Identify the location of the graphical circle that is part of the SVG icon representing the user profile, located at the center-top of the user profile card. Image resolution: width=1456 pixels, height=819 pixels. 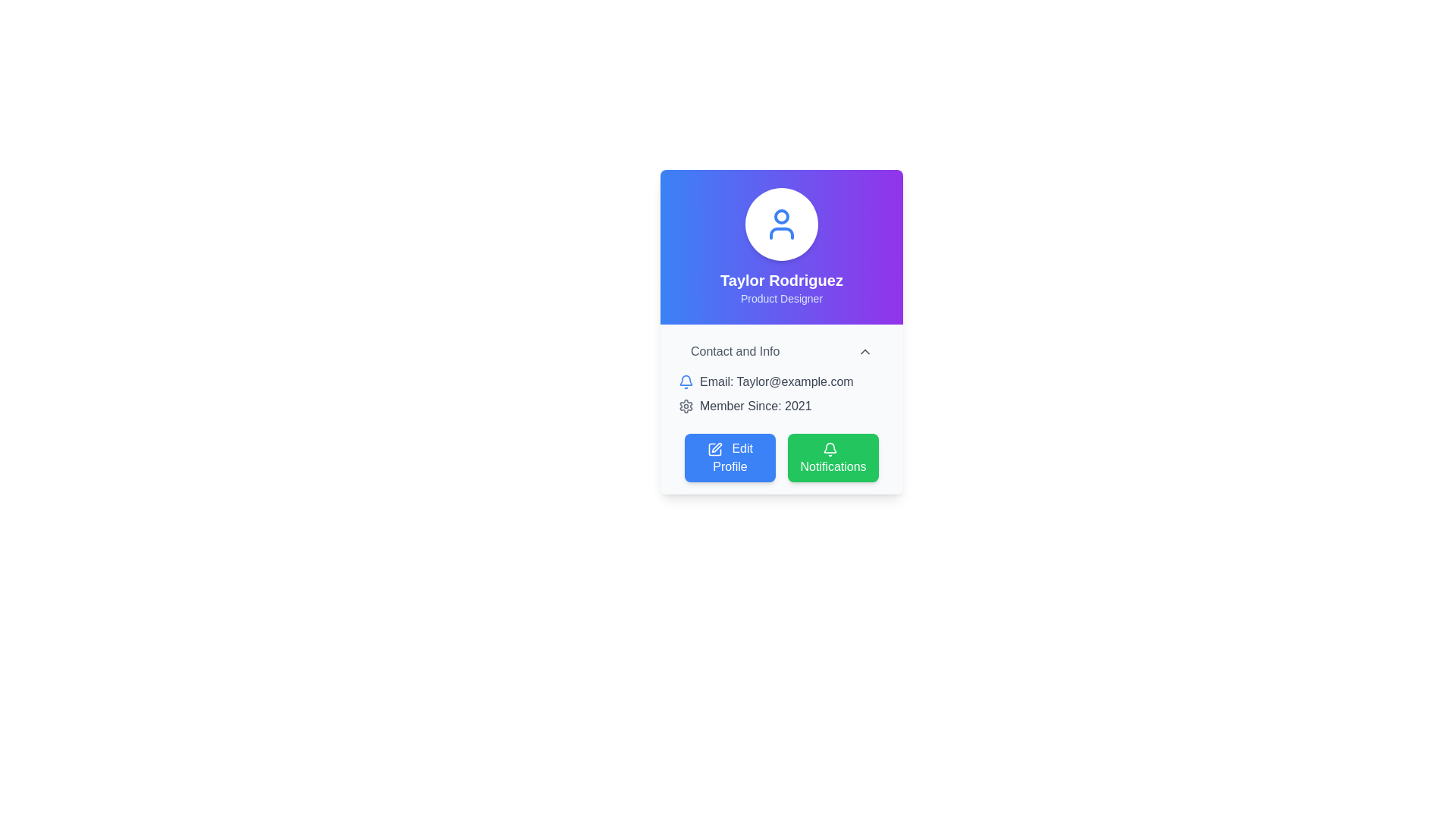
(782, 216).